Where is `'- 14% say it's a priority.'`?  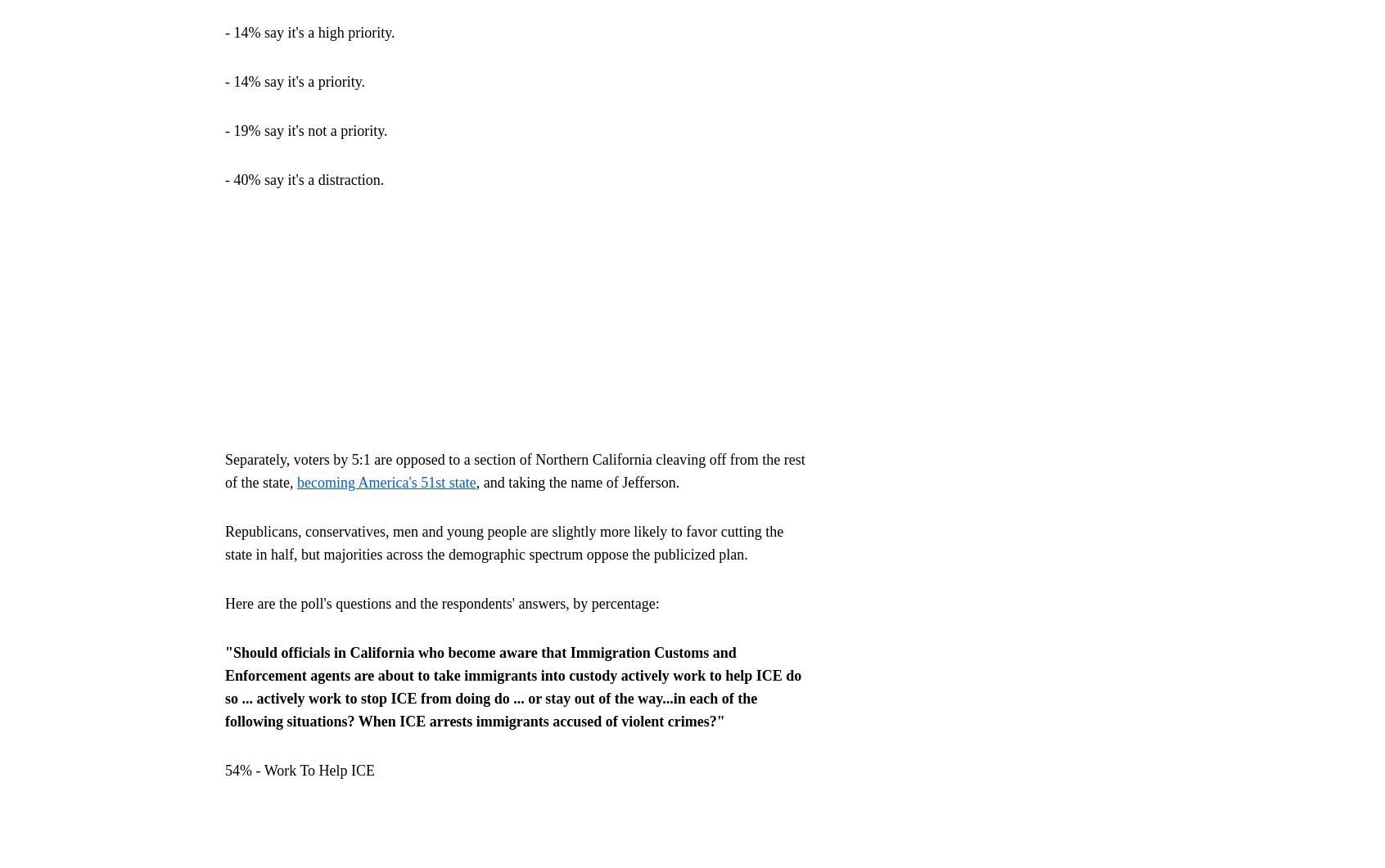
'- 14% say it's a priority.' is located at coordinates (295, 80).